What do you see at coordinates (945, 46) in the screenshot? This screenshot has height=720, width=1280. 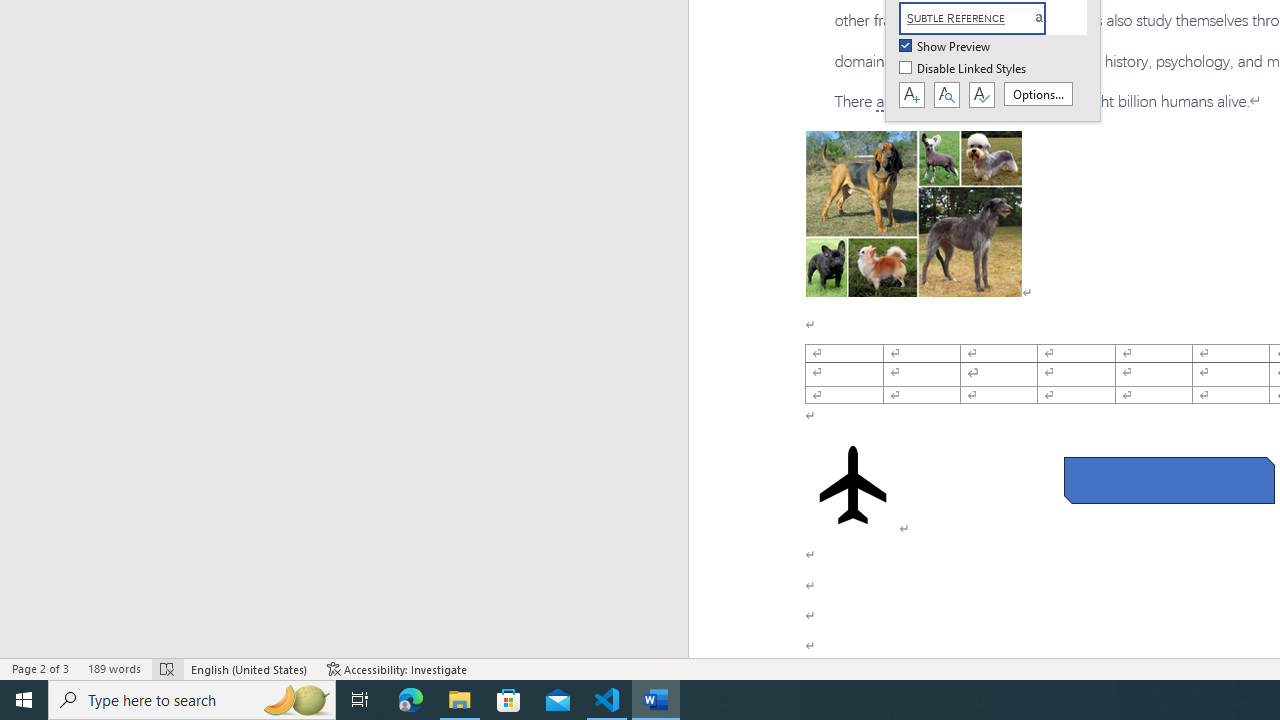 I see `'Show Preview'` at bounding box center [945, 46].